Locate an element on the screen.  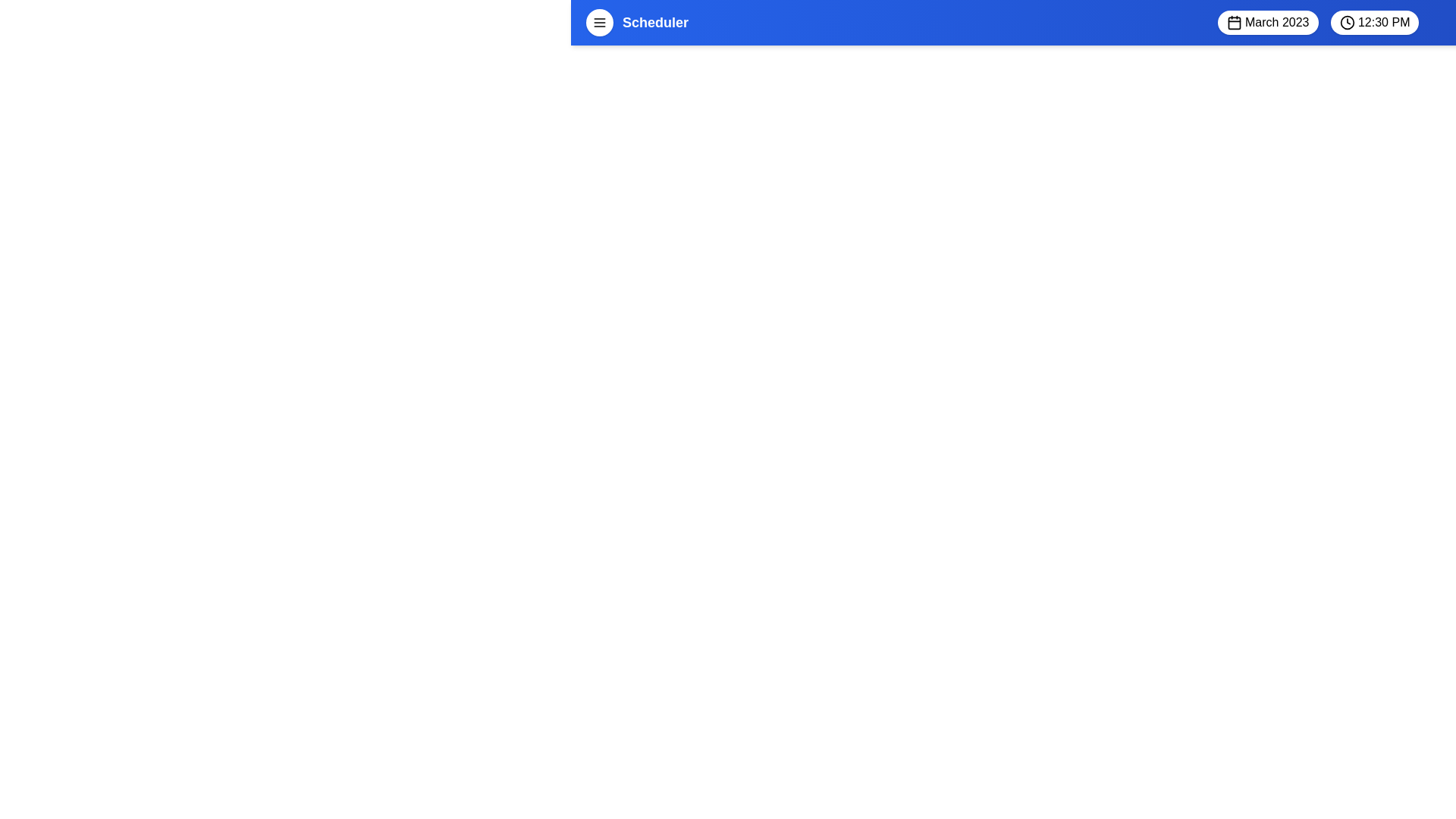
the element displaying the current time to retrieve its value is located at coordinates (1373, 23).